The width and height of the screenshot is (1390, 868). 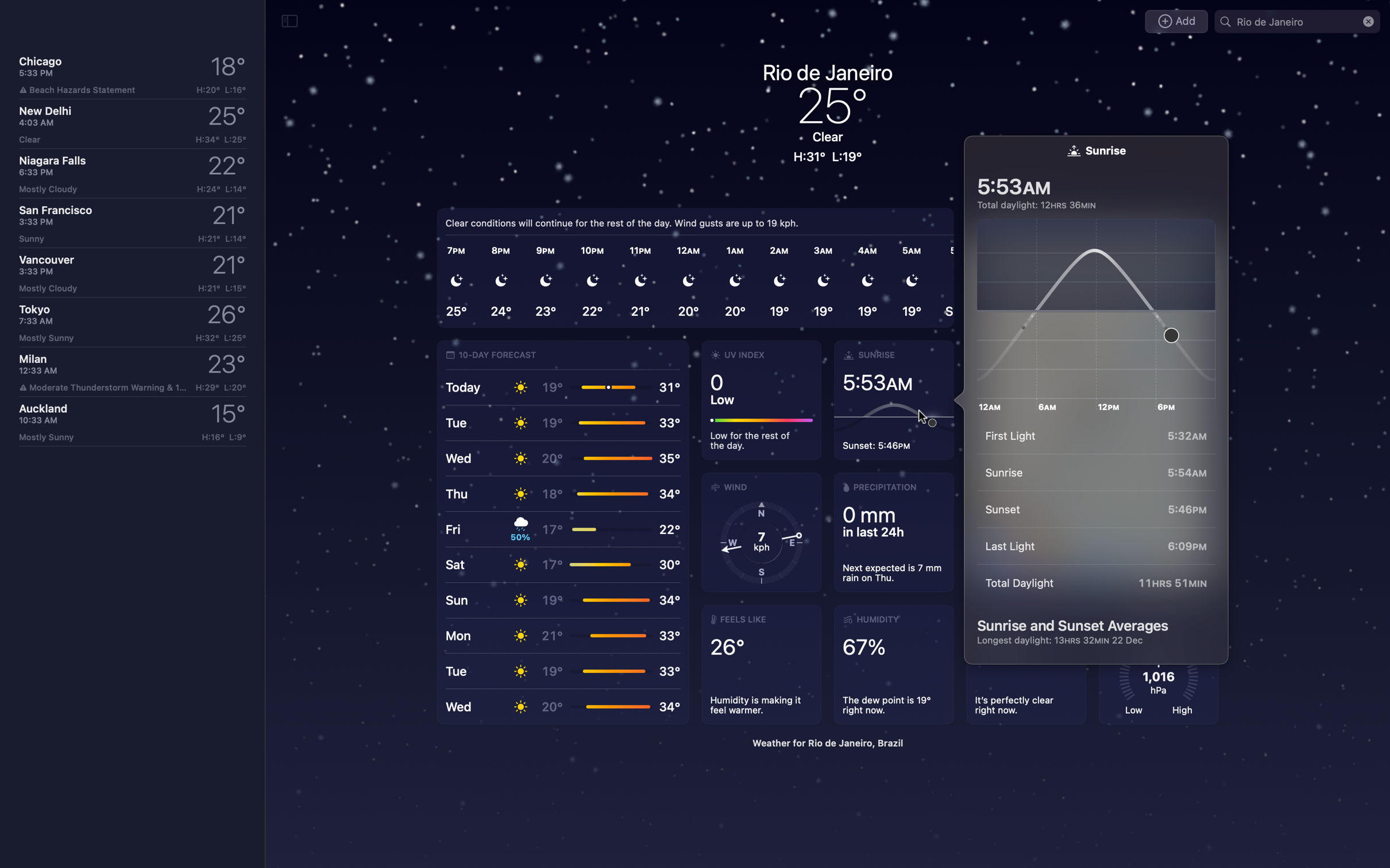 What do you see at coordinates (761, 401) in the screenshot?
I see `Give a detailed description of the UV index in Rio de Janeiro` at bounding box center [761, 401].